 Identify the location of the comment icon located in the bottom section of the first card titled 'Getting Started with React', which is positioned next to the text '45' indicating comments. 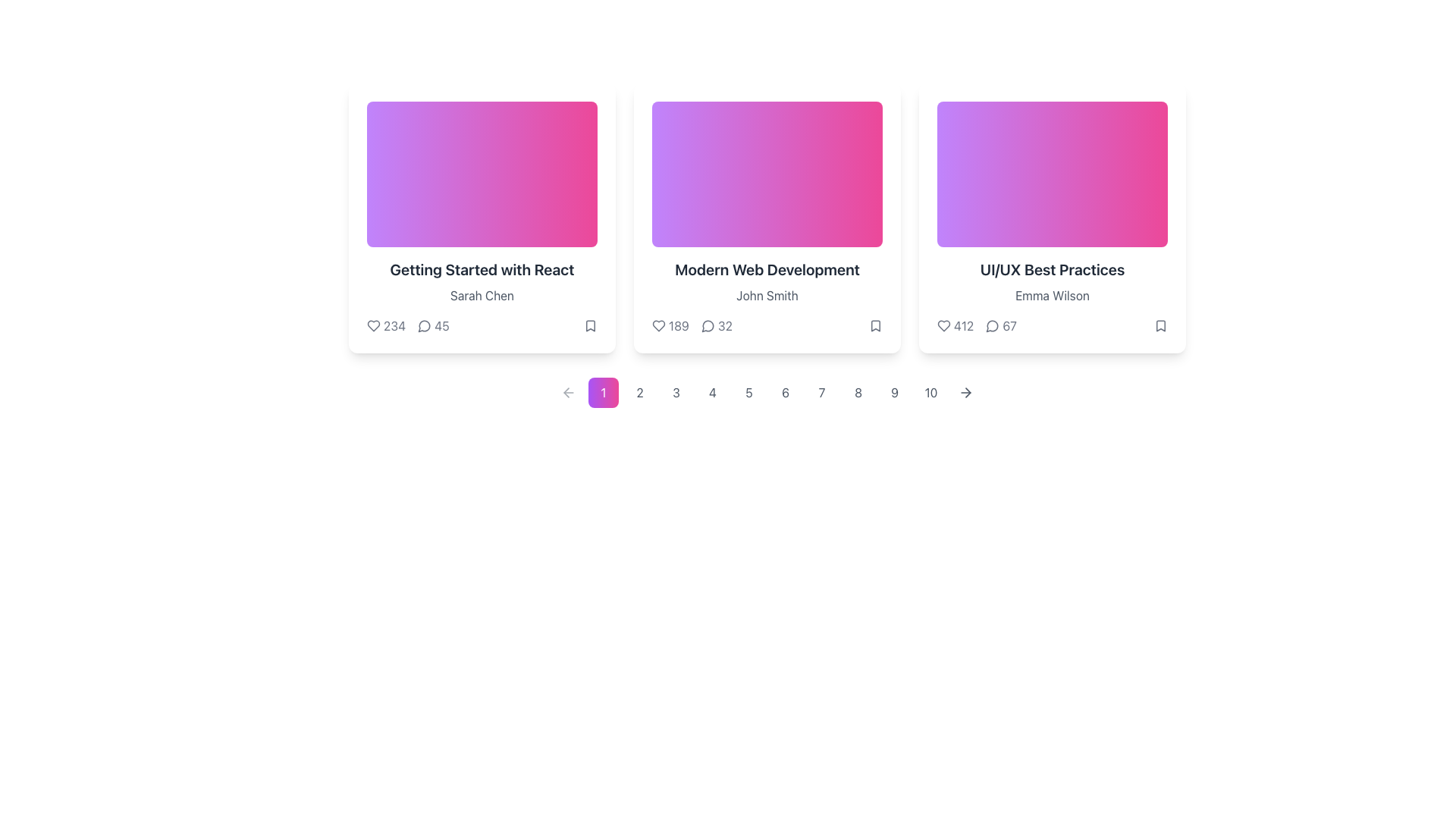
(424, 325).